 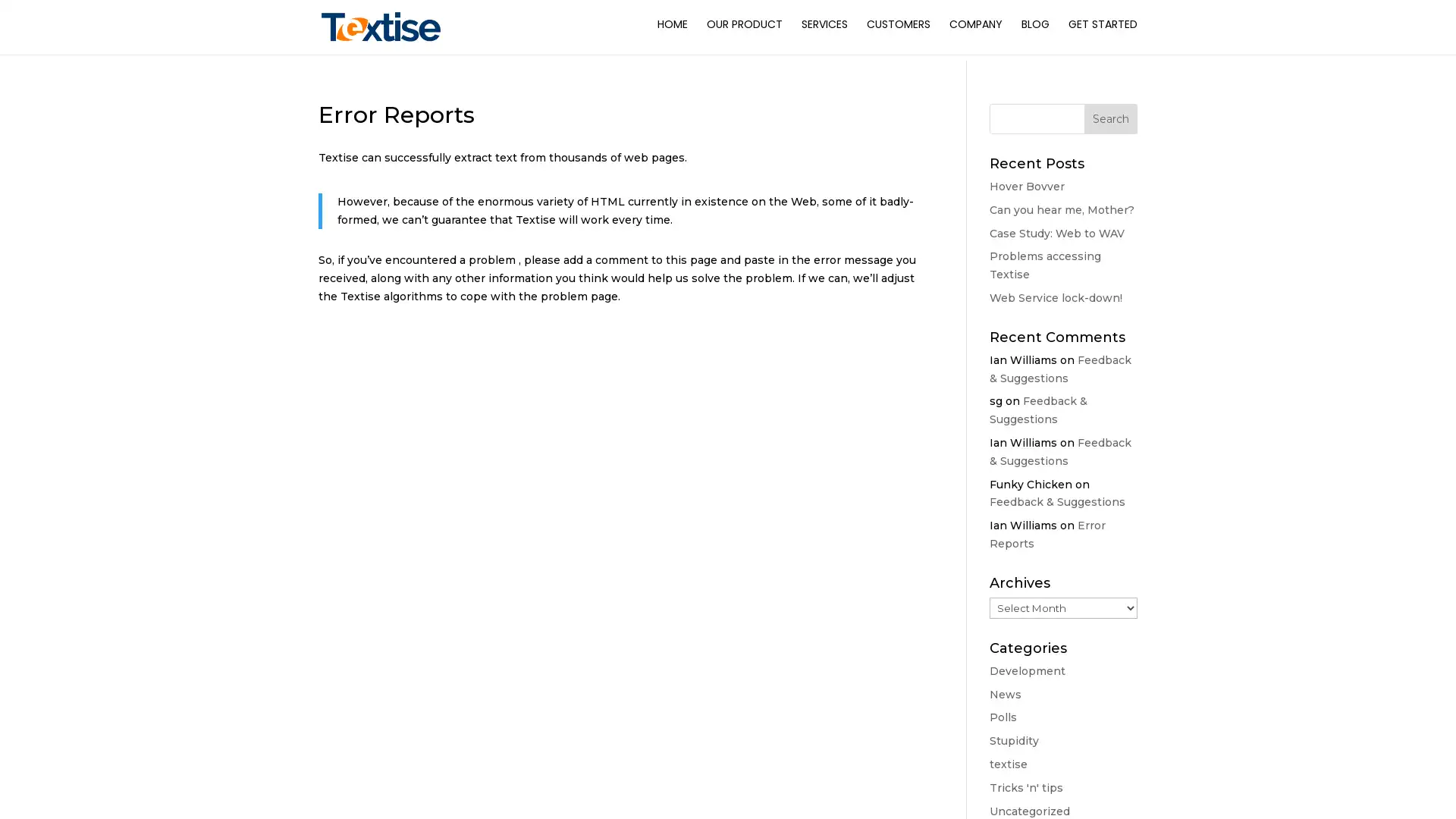 I want to click on Search, so click(x=1110, y=114).